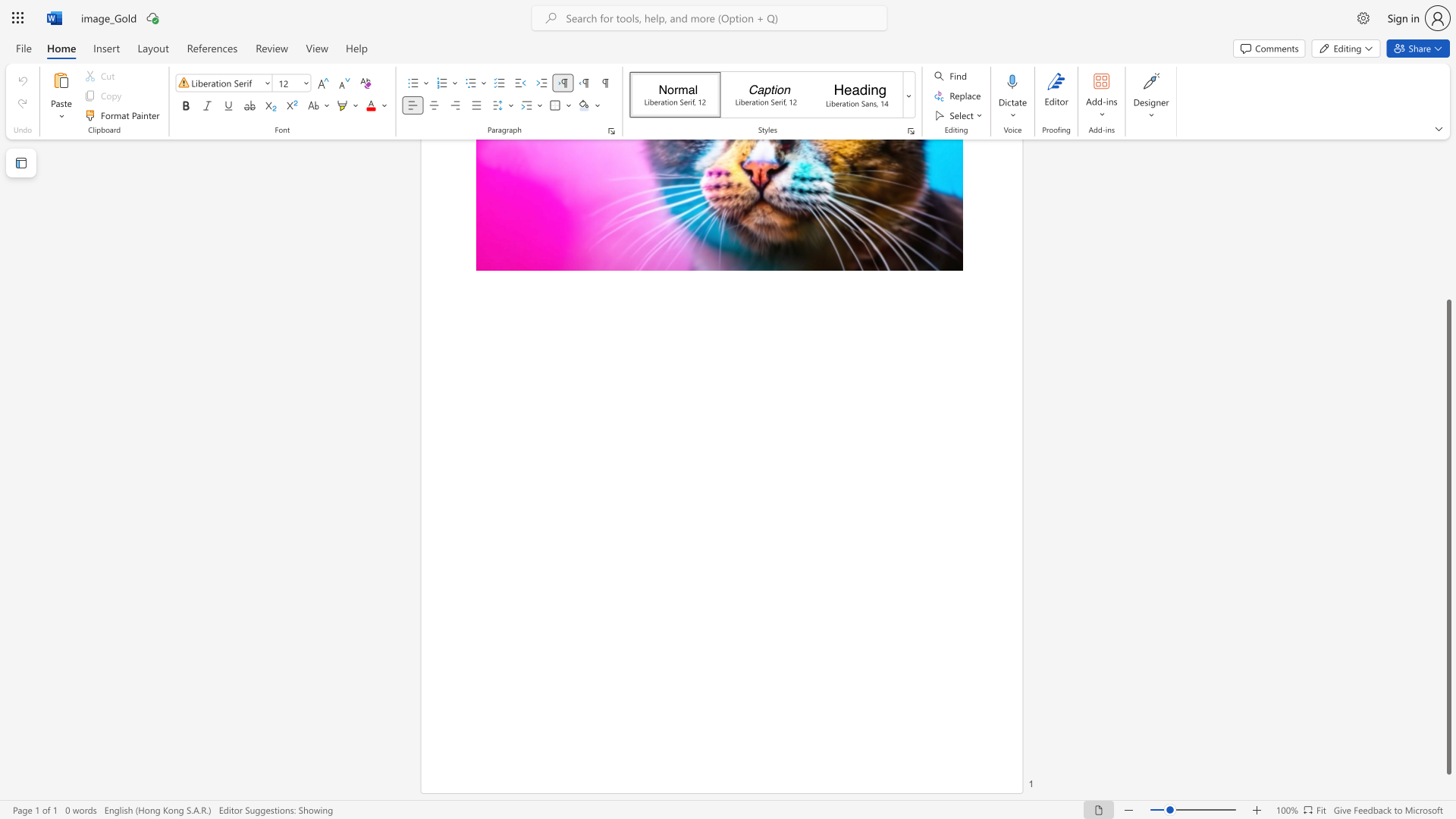 Image resolution: width=1456 pixels, height=819 pixels. What do you see at coordinates (1448, 536) in the screenshot?
I see `the scrollbar and move up 130 pixels` at bounding box center [1448, 536].